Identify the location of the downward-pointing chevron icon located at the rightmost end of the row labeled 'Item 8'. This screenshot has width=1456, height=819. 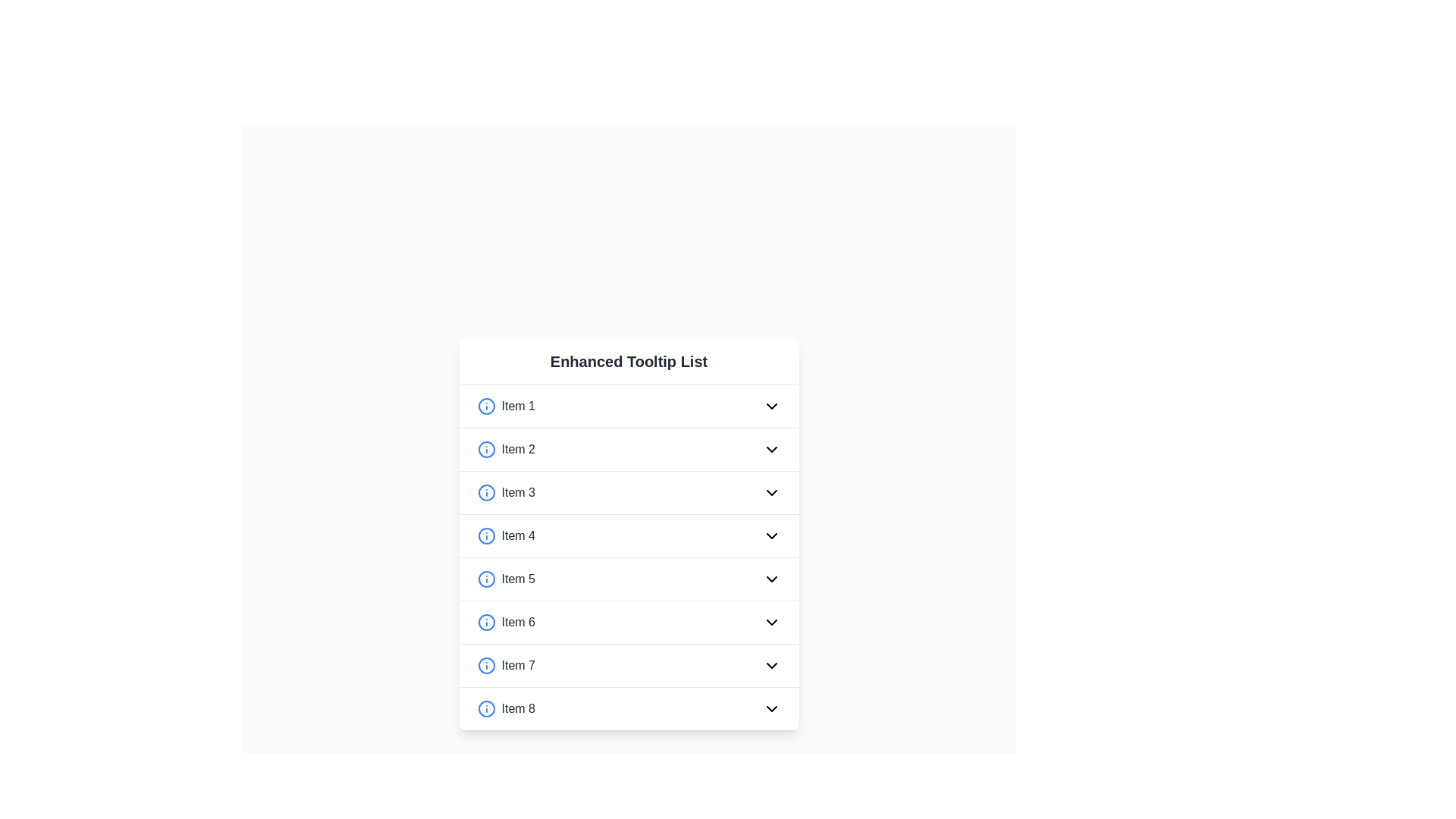
(771, 708).